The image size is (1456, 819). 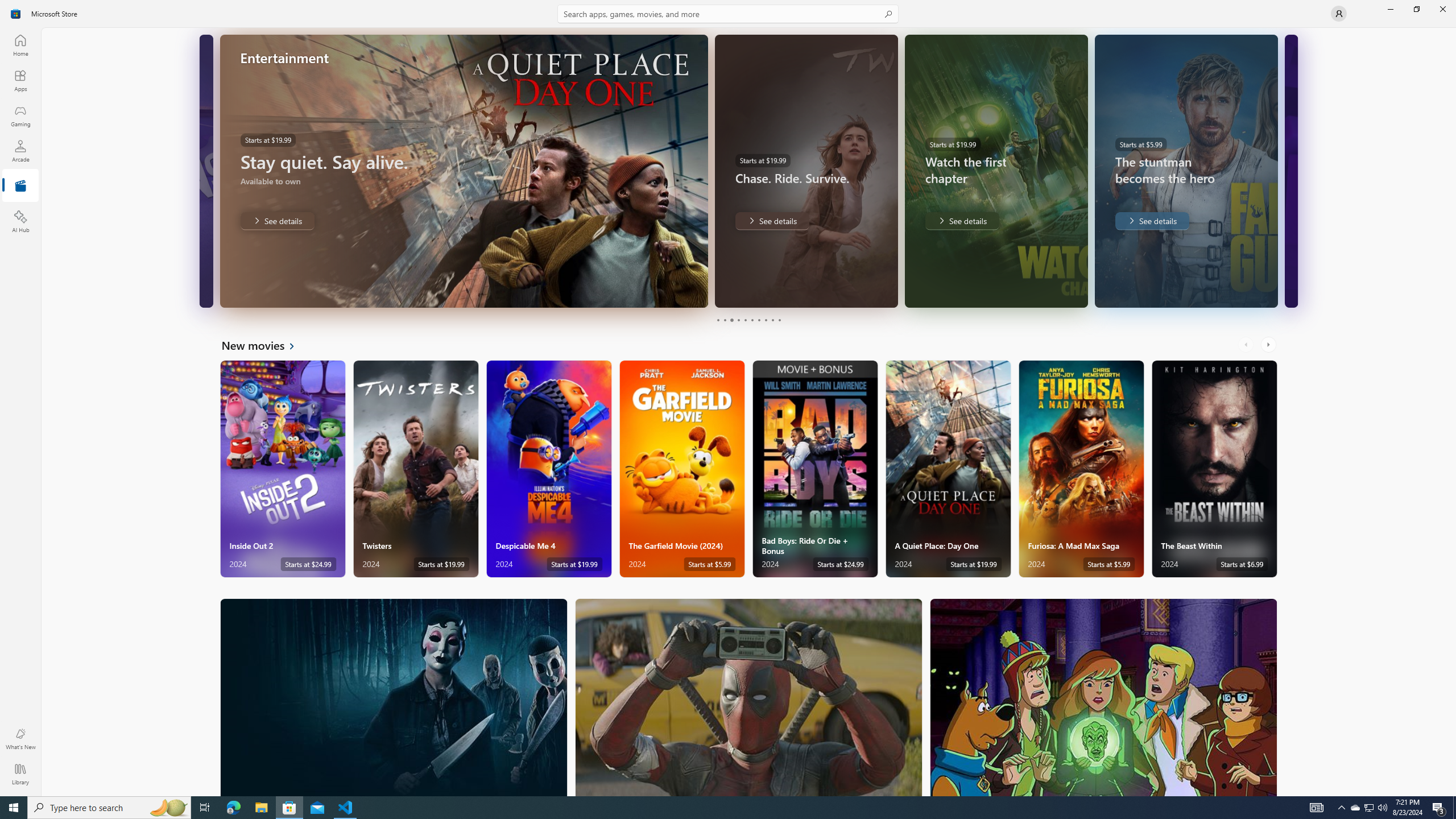 I want to click on 'Page 2', so click(x=723, y=320).